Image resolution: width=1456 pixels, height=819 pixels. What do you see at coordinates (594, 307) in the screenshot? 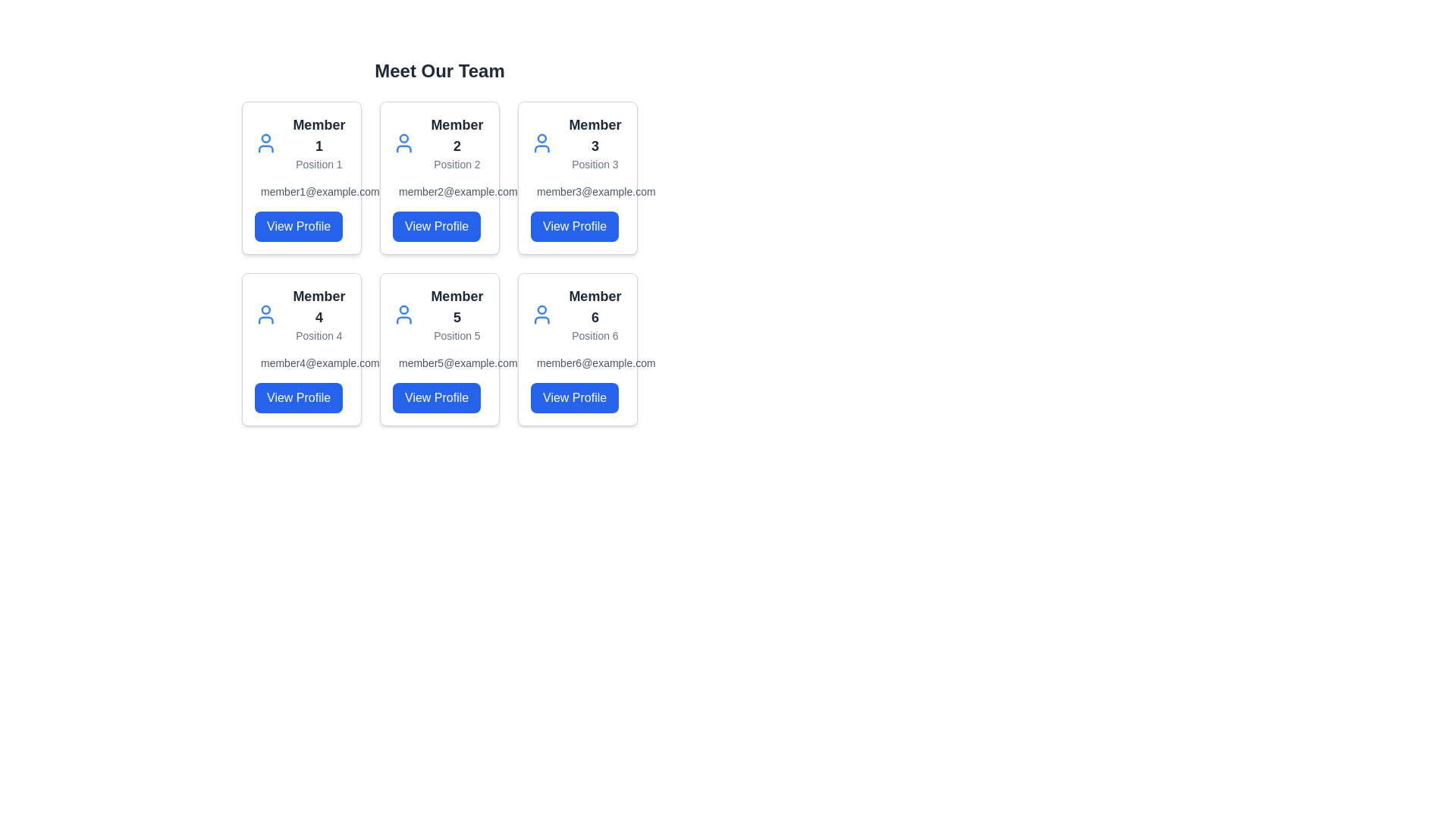
I see `the text label 'Member 6' which is styled in bold, dark gray color and is positioned at the top of the card layout in the second row, third column of the grid` at bounding box center [594, 307].